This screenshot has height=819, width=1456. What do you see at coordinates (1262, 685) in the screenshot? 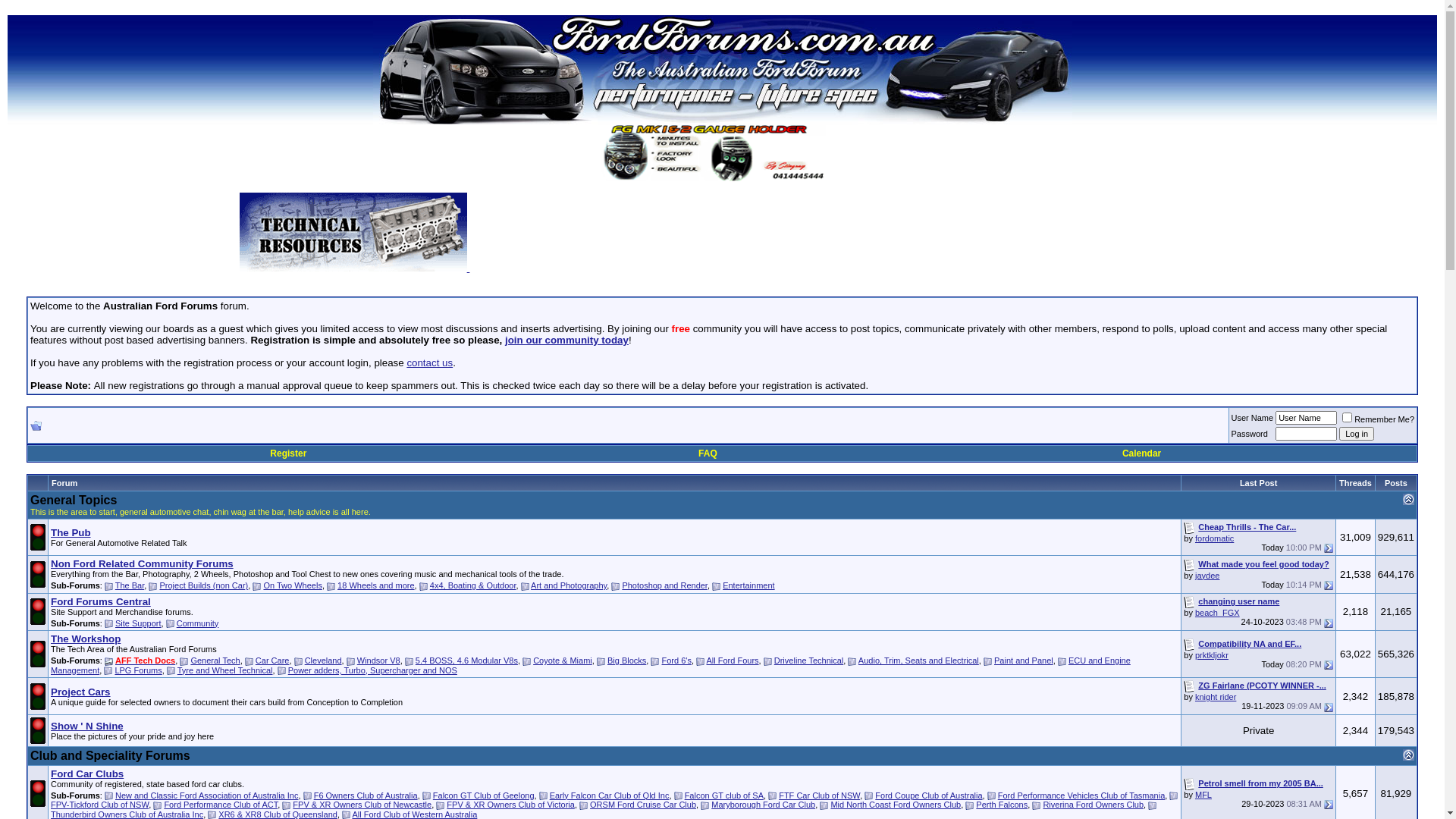
I see `'ZG Fairlane (PCOTY WINNER -...'` at bounding box center [1262, 685].